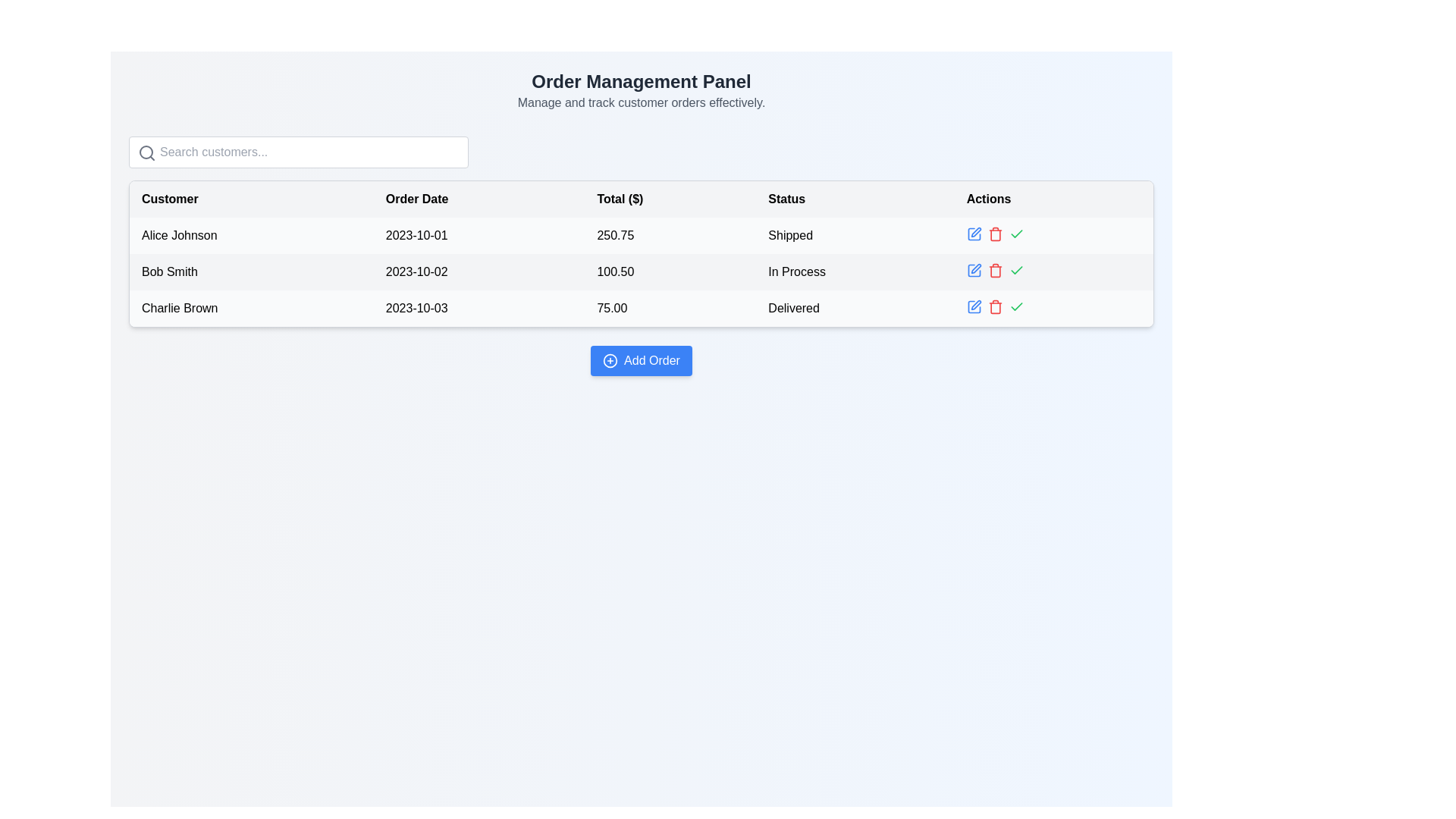 The width and height of the screenshot is (1456, 819). What do you see at coordinates (1016, 269) in the screenshot?
I see `the checkmark icon located in the 'Actions' column of the second row of the data table` at bounding box center [1016, 269].